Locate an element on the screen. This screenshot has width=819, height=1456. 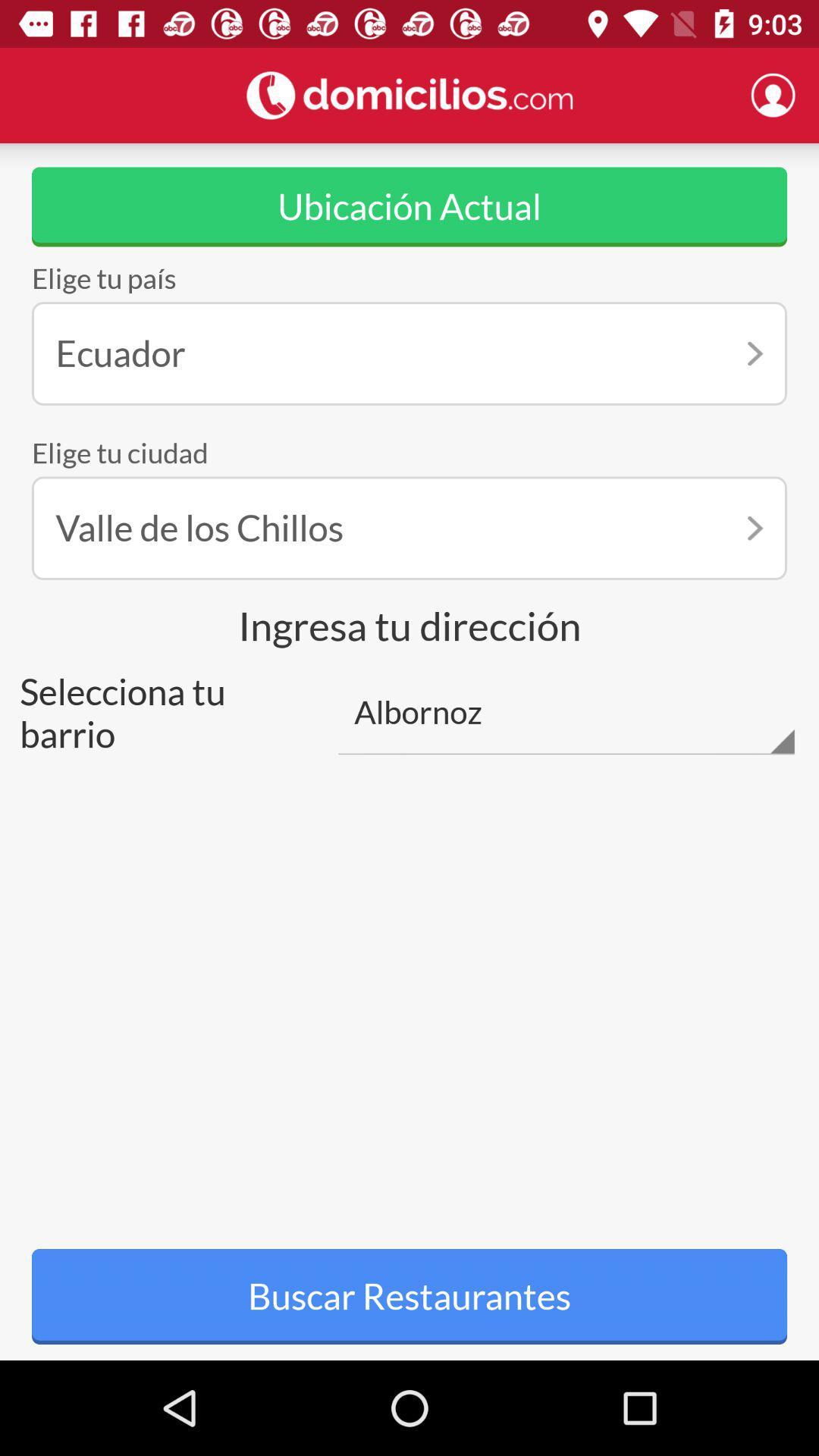
profile page option is located at coordinates (773, 94).